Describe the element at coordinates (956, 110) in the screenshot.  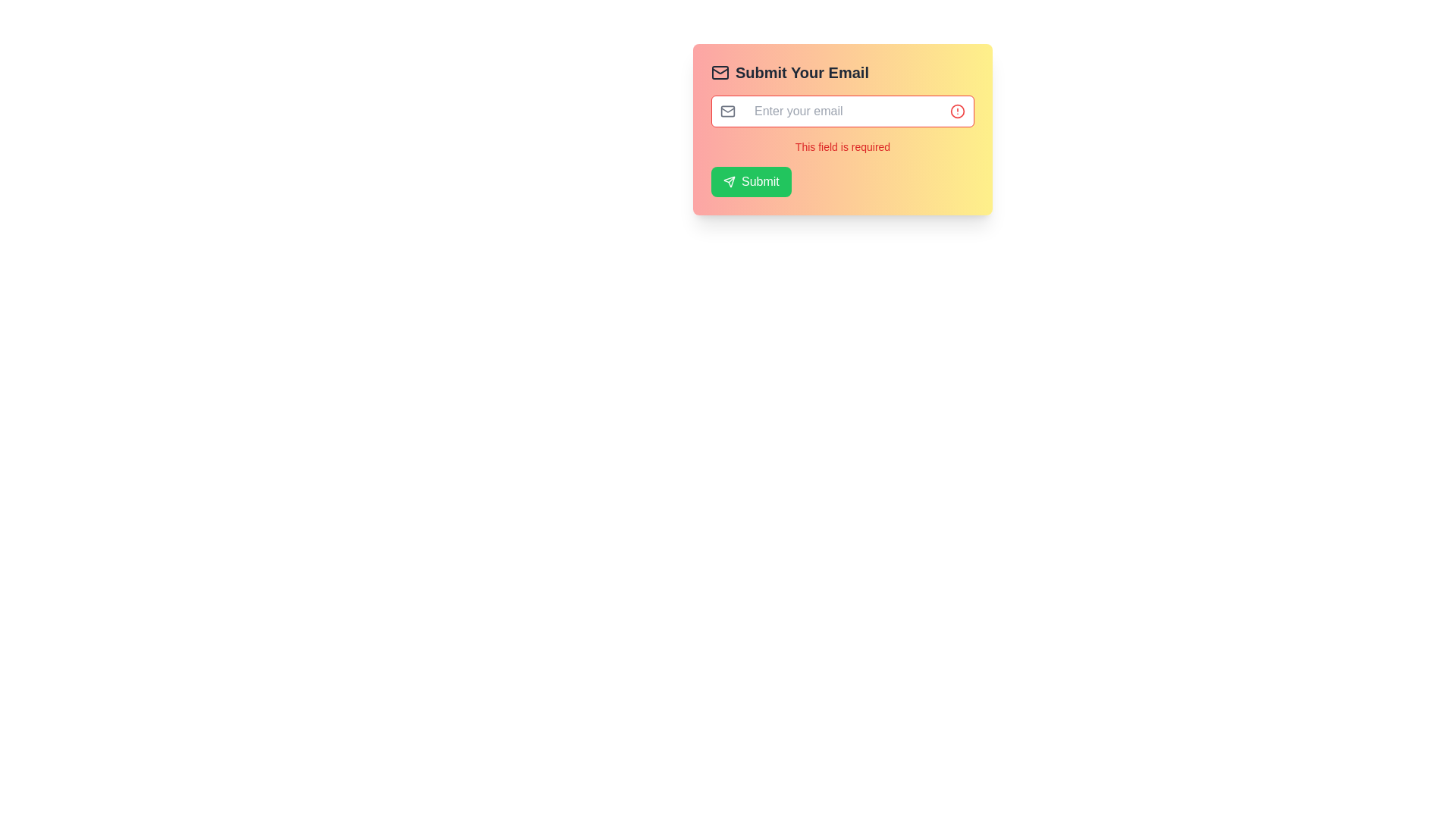
I see `the SVG circle element that signifies attention or error related to the email input field` at that location.